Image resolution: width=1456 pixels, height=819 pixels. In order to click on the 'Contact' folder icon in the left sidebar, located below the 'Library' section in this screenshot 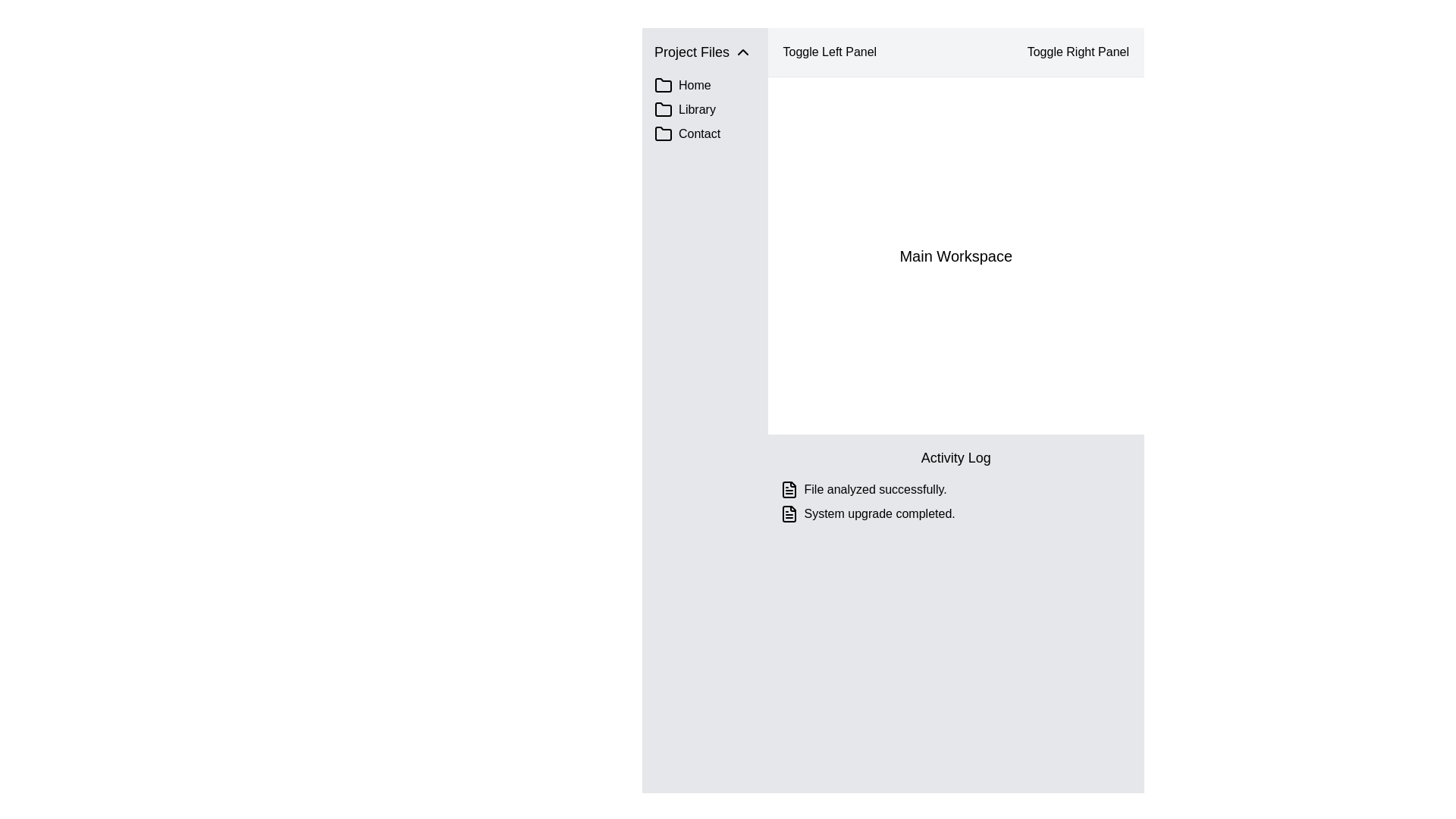, I will do `click(663, 133)`.